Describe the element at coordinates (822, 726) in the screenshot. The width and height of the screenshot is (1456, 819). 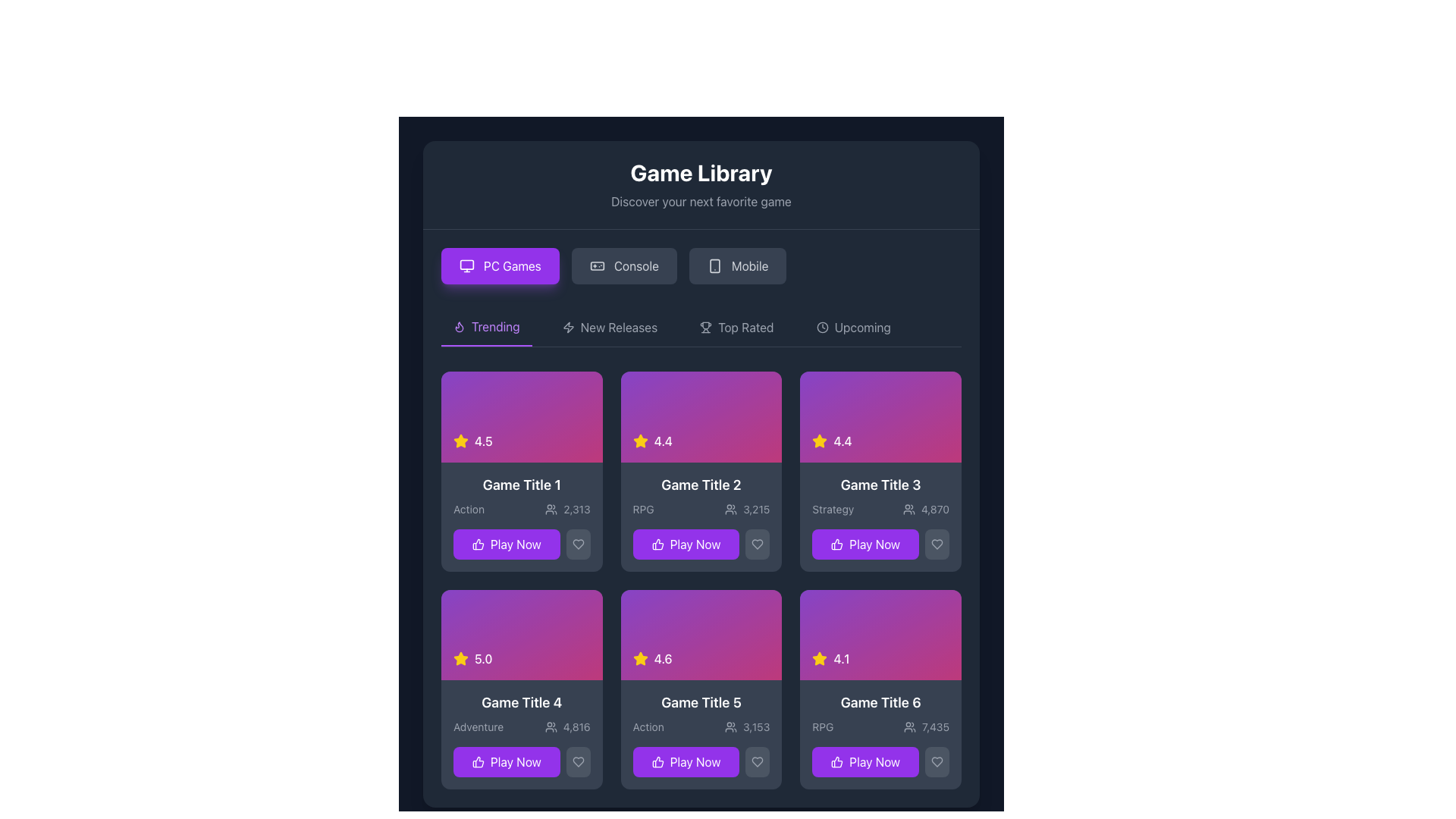
I see `the text label indicating the 'RPG' genre, which displays 'RPG7,435' and is positioned above the 'Play Now' button` at that location.